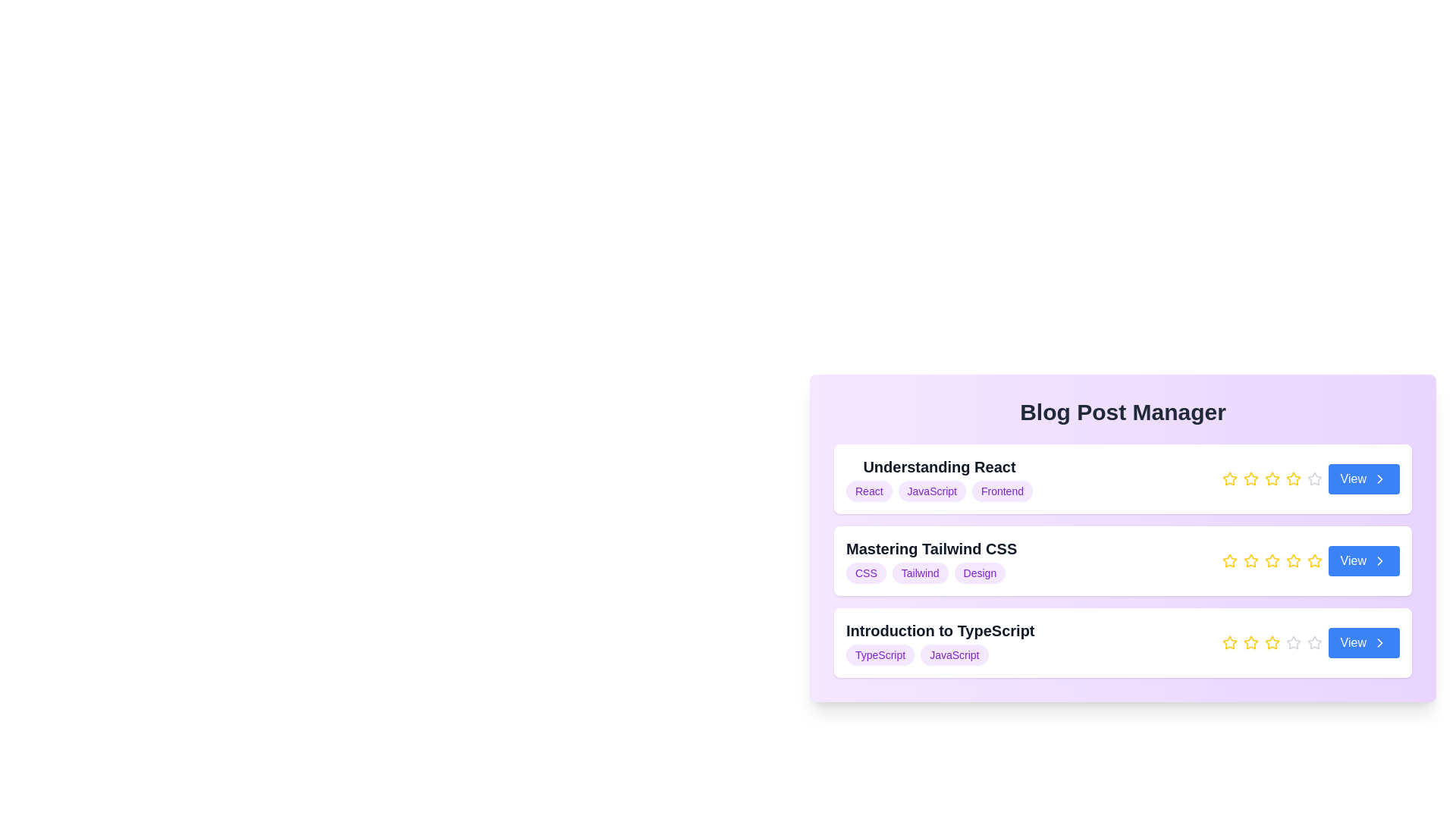 Image resolution: width=1456 pixels, height=819 pixels. I want to click on the fifth yellow star icon in the rating interface for the blog entry titled 'Understanding React', so click(1292, 479).